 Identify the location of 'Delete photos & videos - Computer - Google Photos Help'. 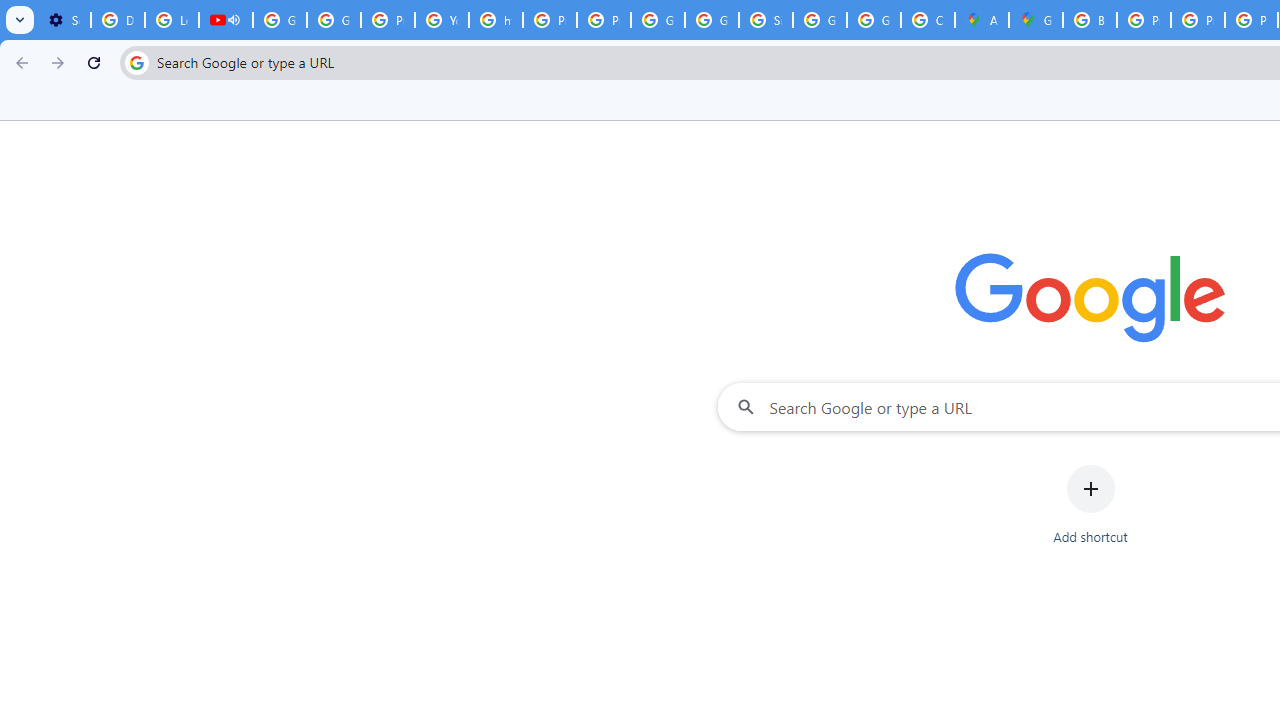
(116, 20).